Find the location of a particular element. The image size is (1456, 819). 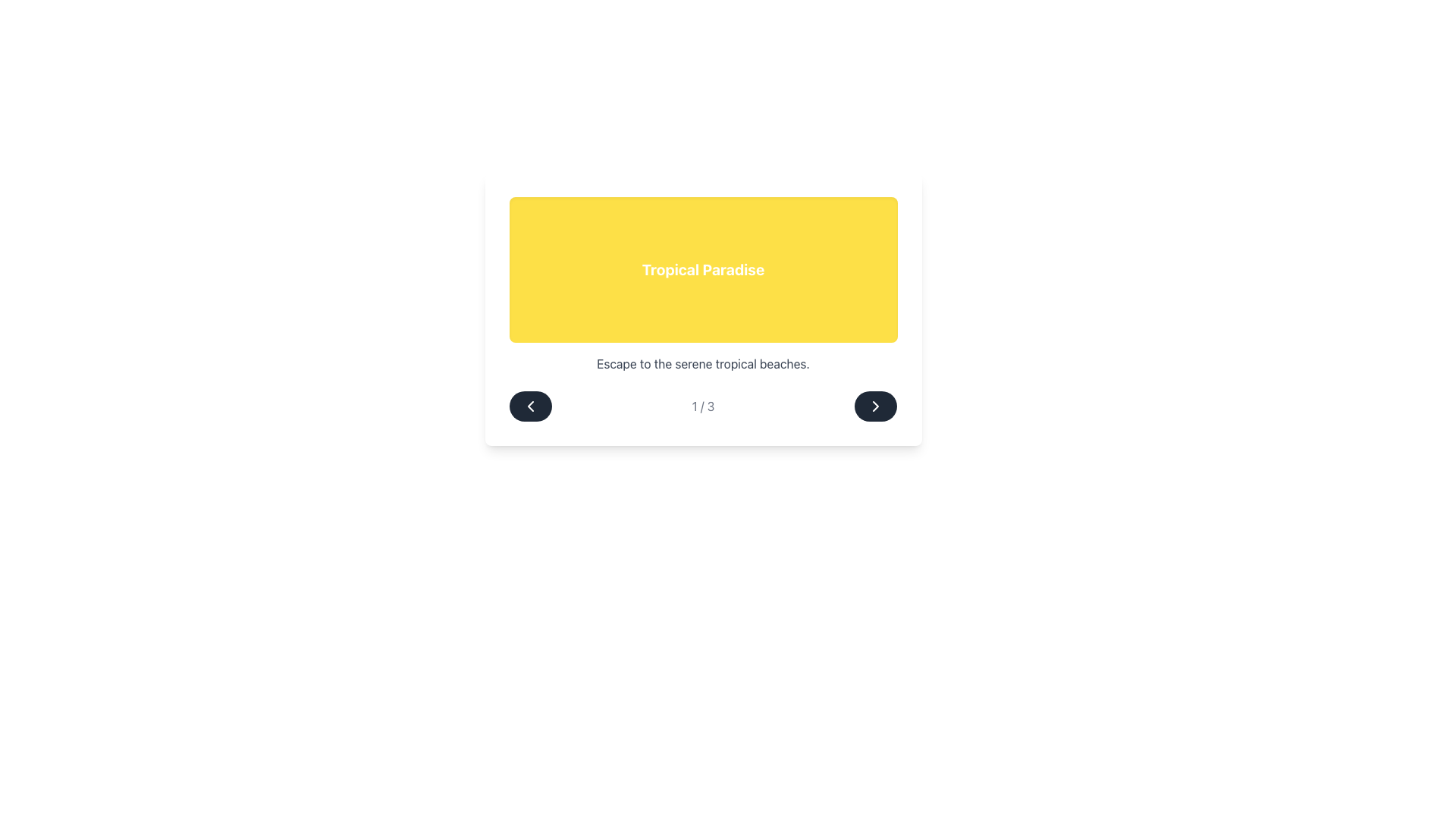

the arrow icon SVG element located inside the circular button at the bottom-right corner of the card component is located at coordinates (876, 406).